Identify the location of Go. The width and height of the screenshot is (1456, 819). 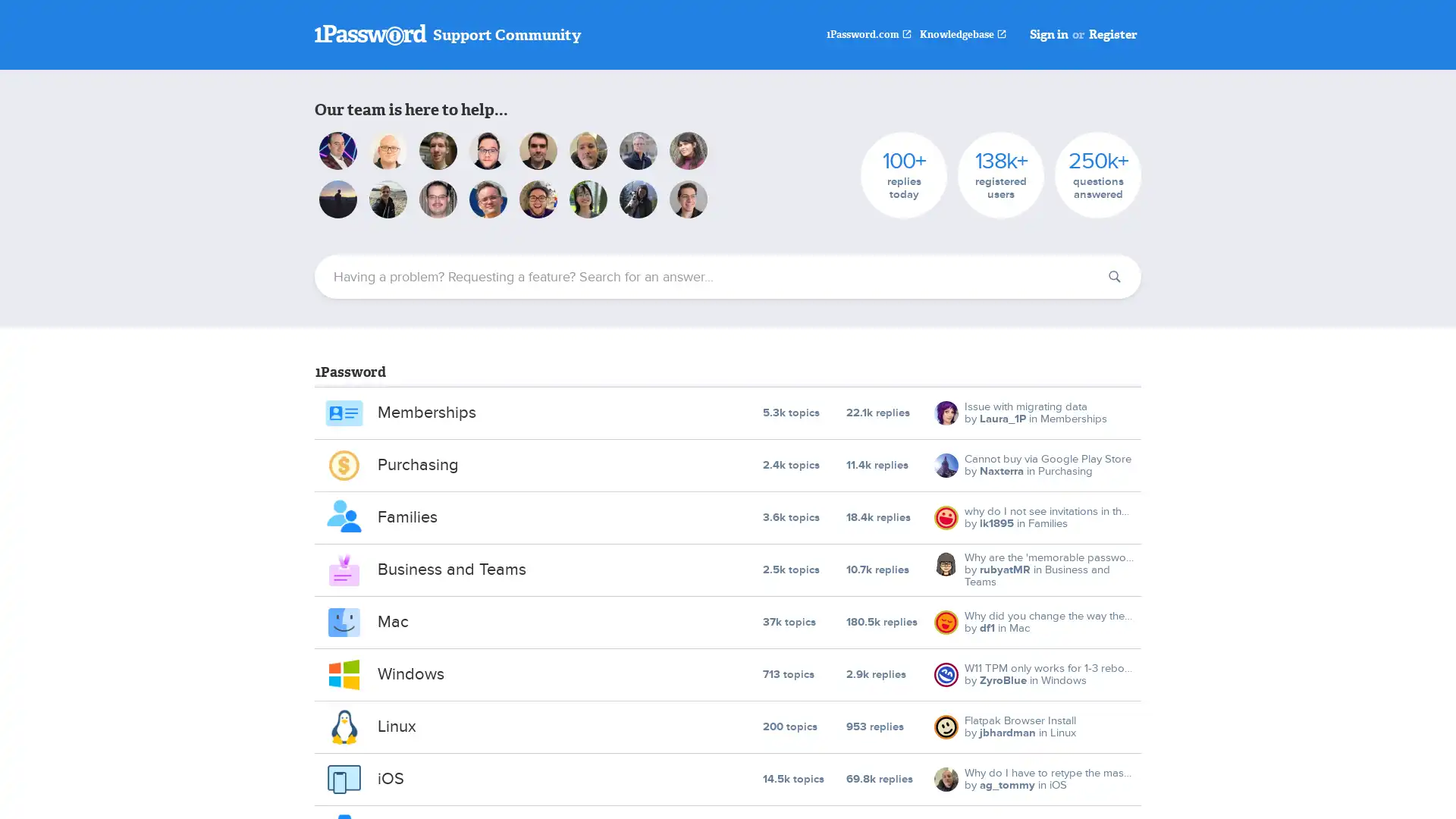
(1114, 277).